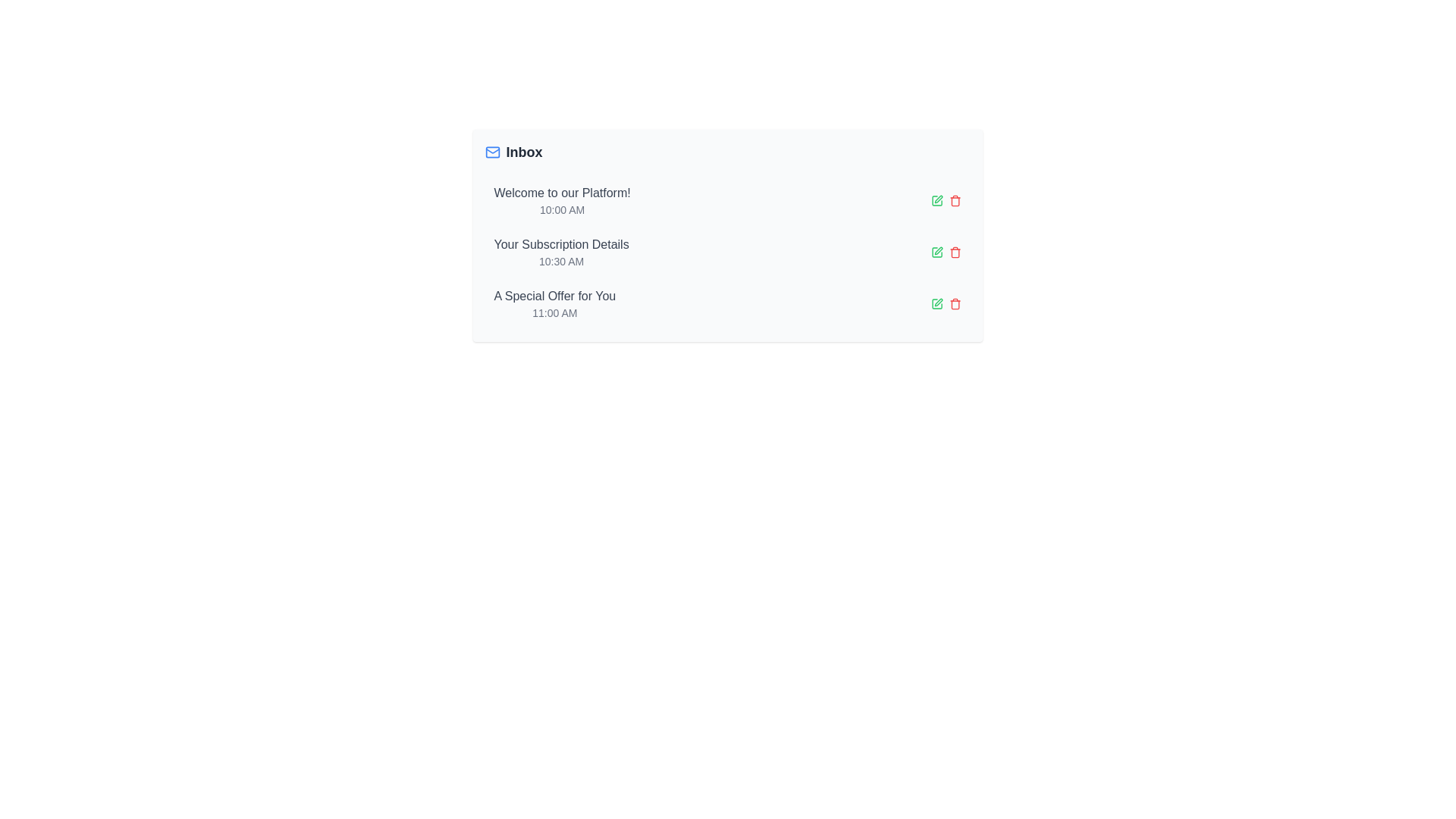 The image size is (1456, 819). What do you see at coordinates (937, 198) in the screenshot?
I see `the editing icon located in the far right section of the first row of the Inbox interface` at bounding box center [937, 198].